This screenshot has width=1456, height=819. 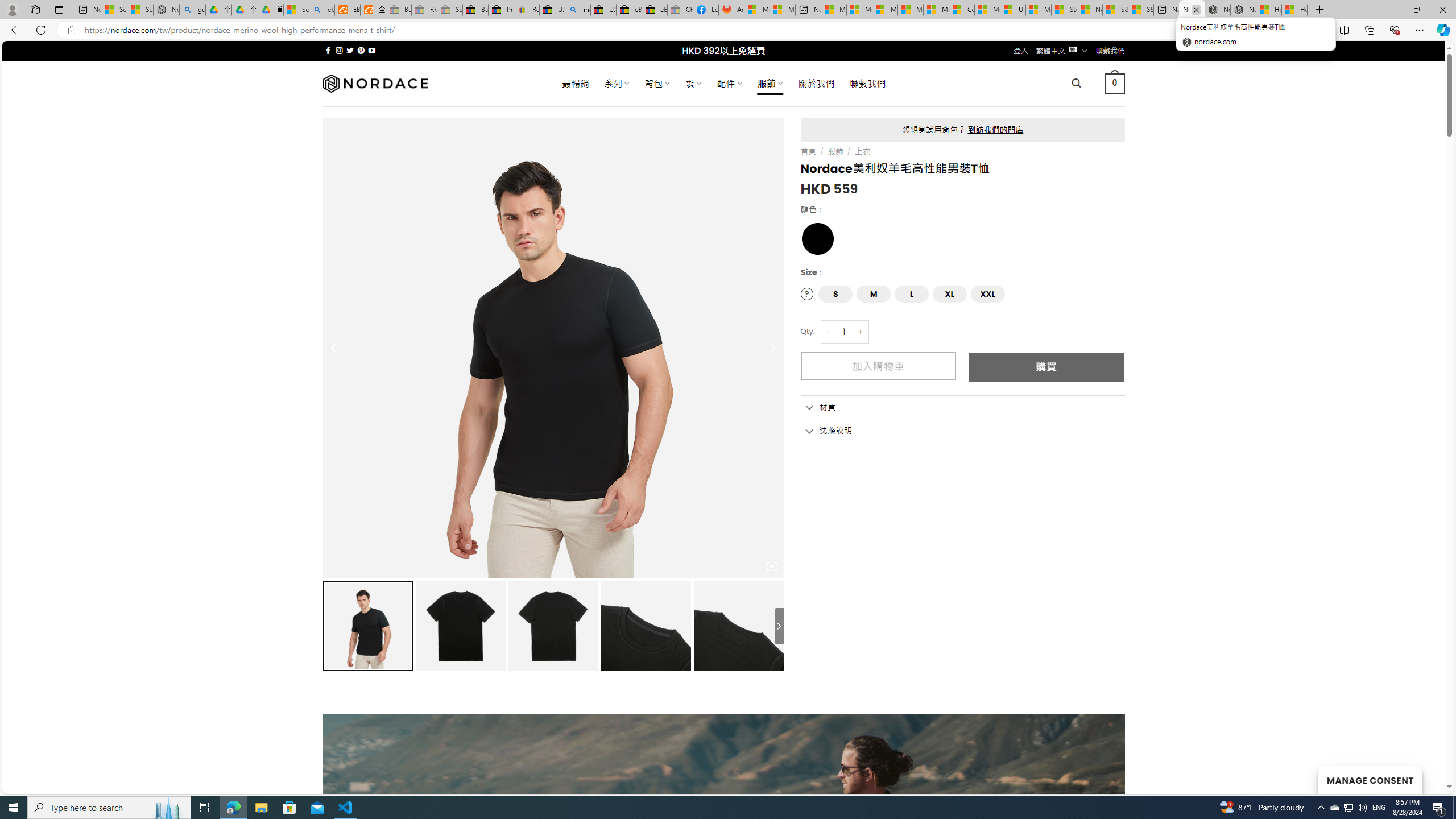 I want to click on 'eBay Inc. Reports Third Quarter 2023 Results', so click(x=655, y=9).